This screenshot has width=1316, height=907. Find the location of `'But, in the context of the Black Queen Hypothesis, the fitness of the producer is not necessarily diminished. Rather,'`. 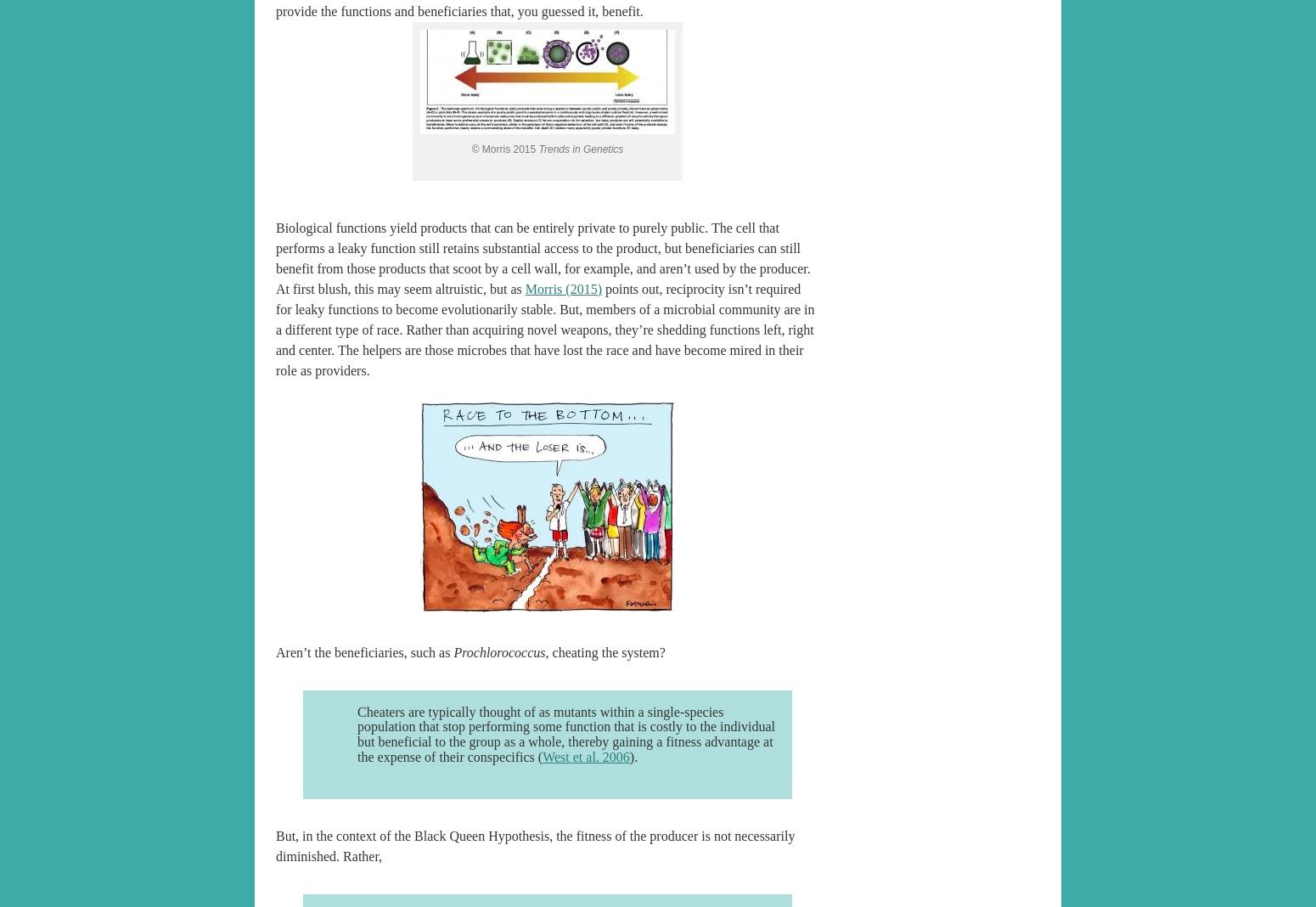

'But, in the context of the Black Queen Hypothesis, the fitness of the producer is not necessarily diminished. Rather,' is located at coordinates (275, 846).